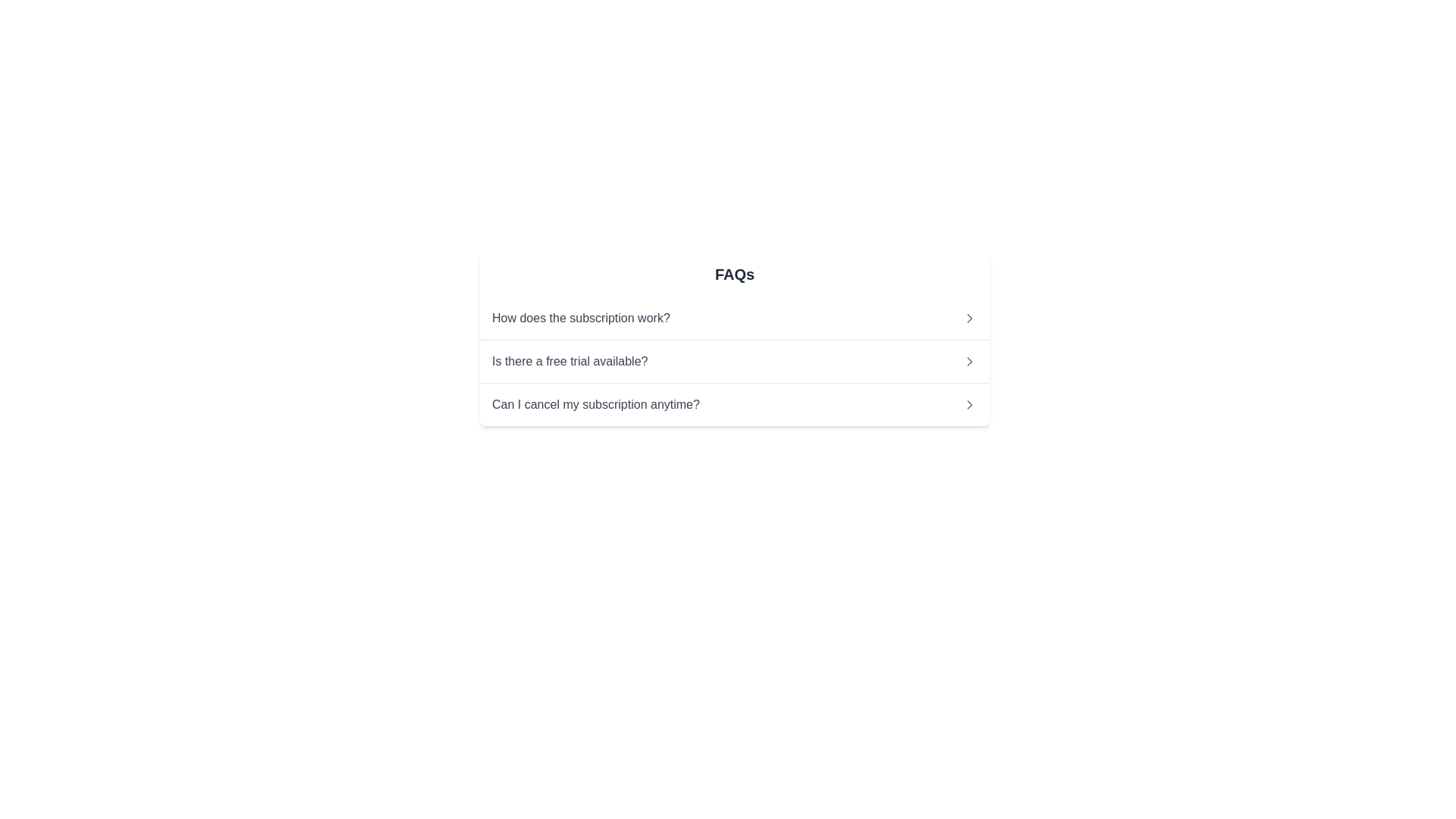 The height and width of the screenshot is (819, 1456). Describe the element at coordinates (968, 362) in the screenshot. I see `the rightward-pointing chevron-shaped arrow icon that is positioned immediately after the question 'Is there a free trial available?' in the second row of the list` at that location.